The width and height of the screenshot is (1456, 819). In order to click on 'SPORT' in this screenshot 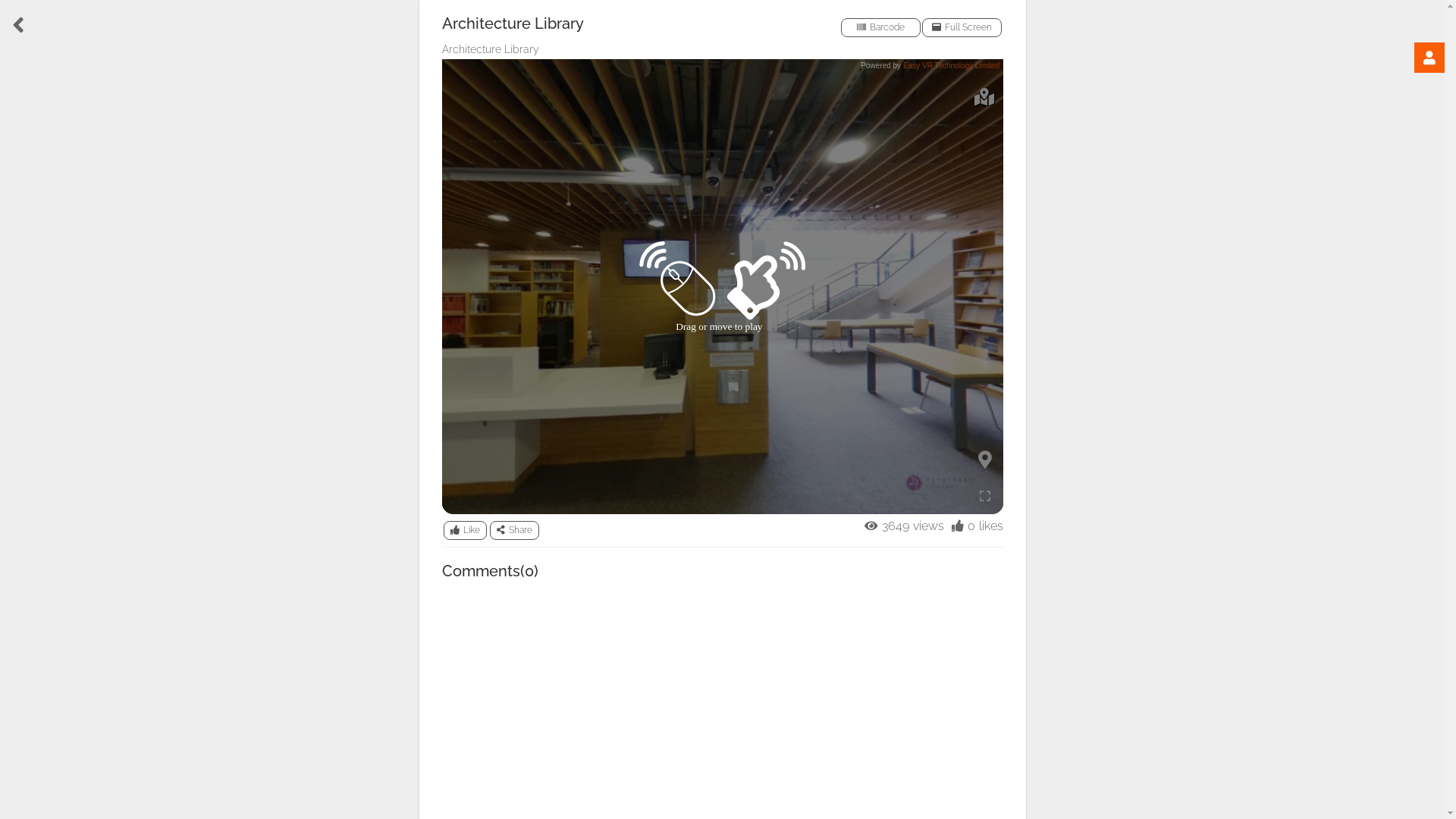, I will do `click(36, 245)`.